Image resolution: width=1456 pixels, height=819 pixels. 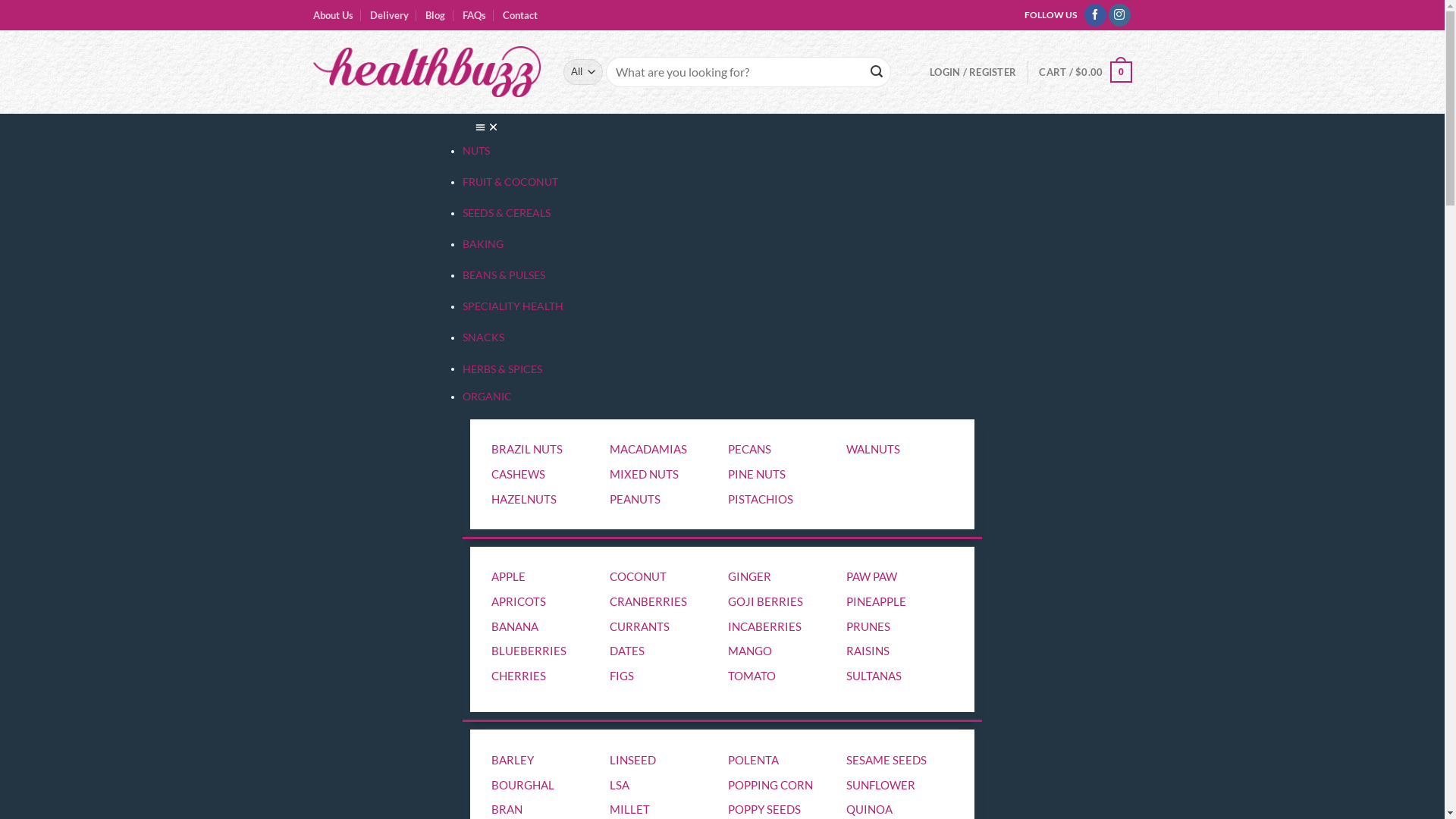 I want to click on 'WALNUTS', so click(x=873, y=447).